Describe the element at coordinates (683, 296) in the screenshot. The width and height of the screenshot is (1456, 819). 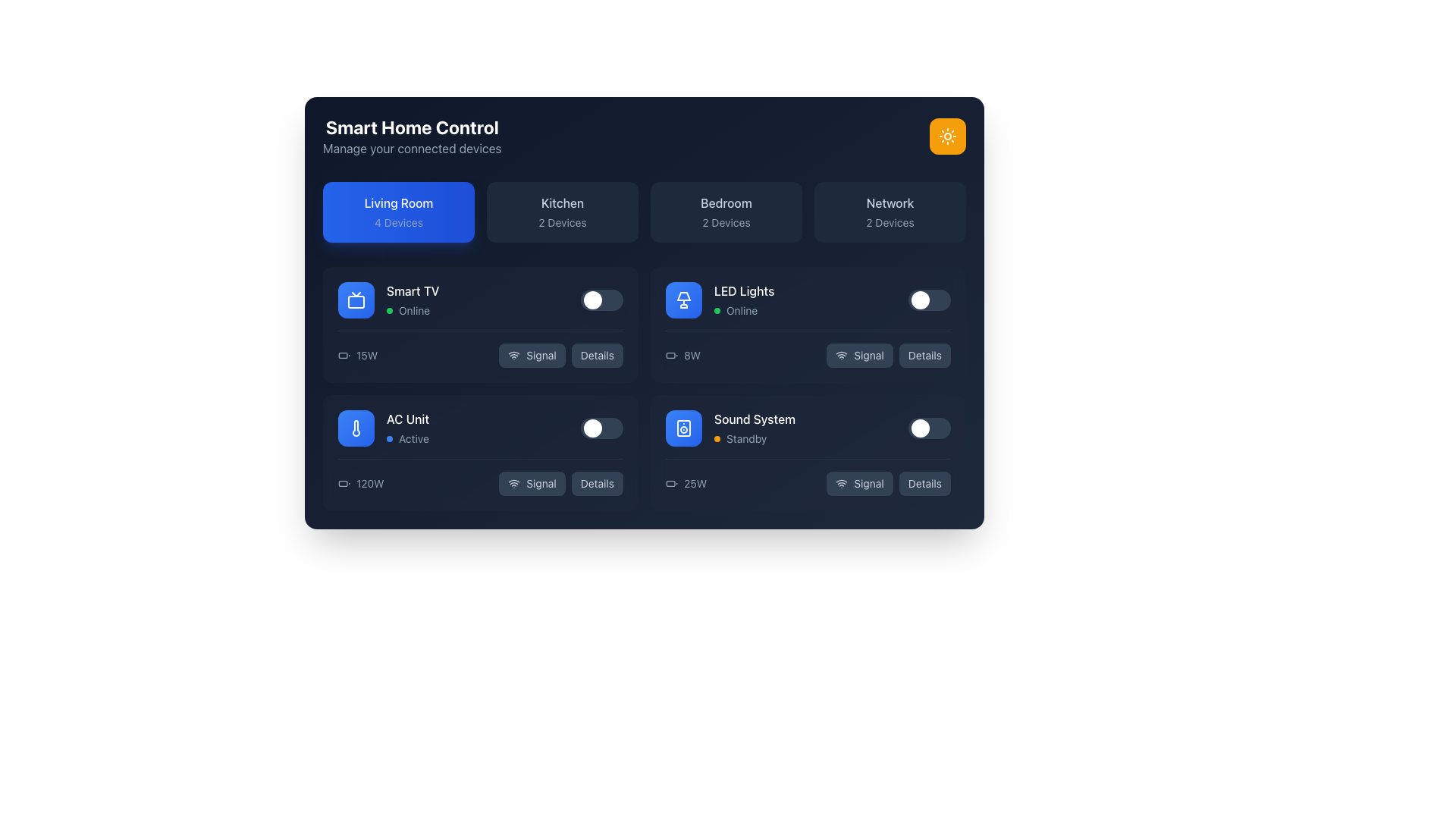
I see `the triangular SVG graphic located in the top right corner of the interface` at that location.